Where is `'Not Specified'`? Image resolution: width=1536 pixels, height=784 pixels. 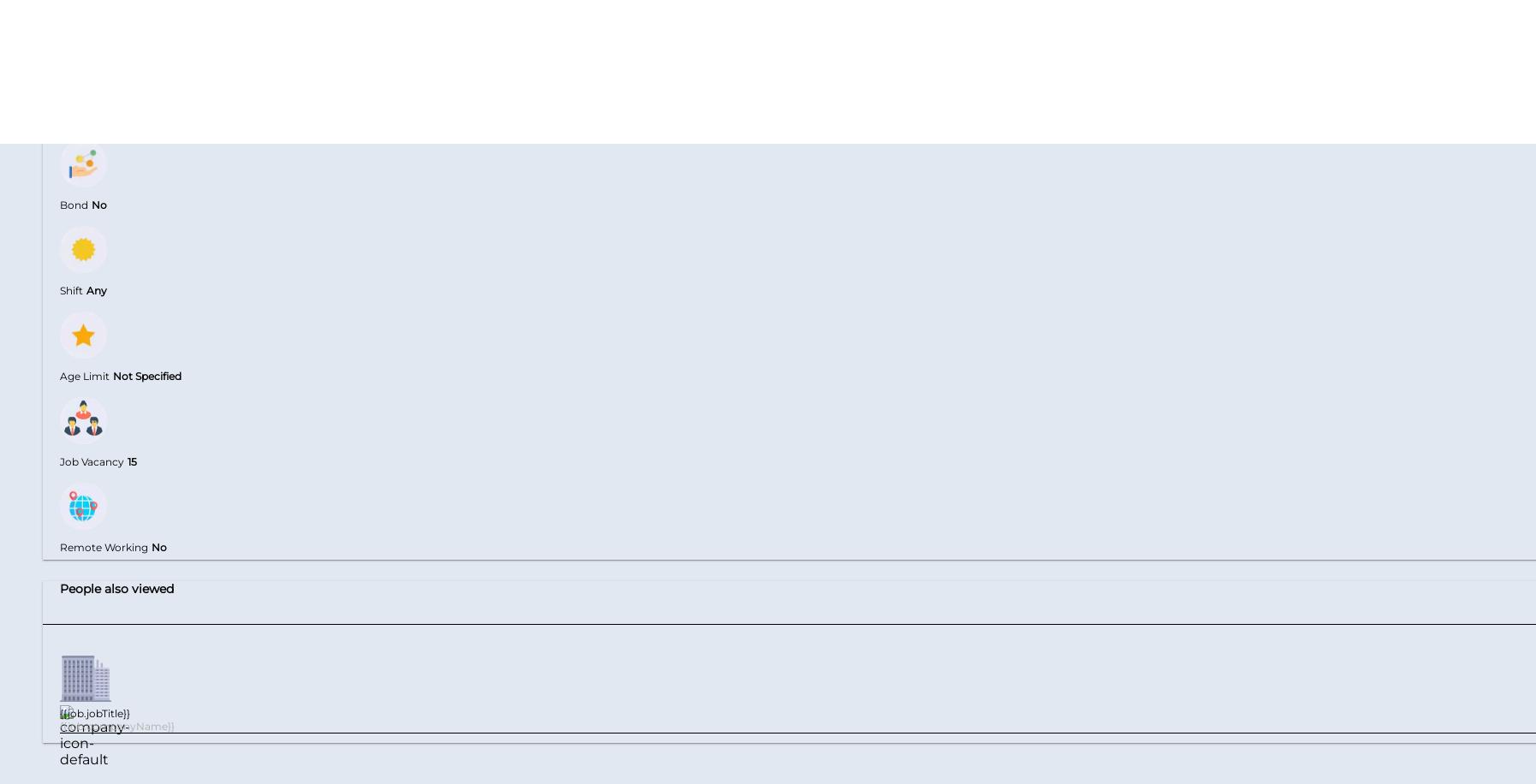 'Not Specified' is located at coordinates (146, 374).